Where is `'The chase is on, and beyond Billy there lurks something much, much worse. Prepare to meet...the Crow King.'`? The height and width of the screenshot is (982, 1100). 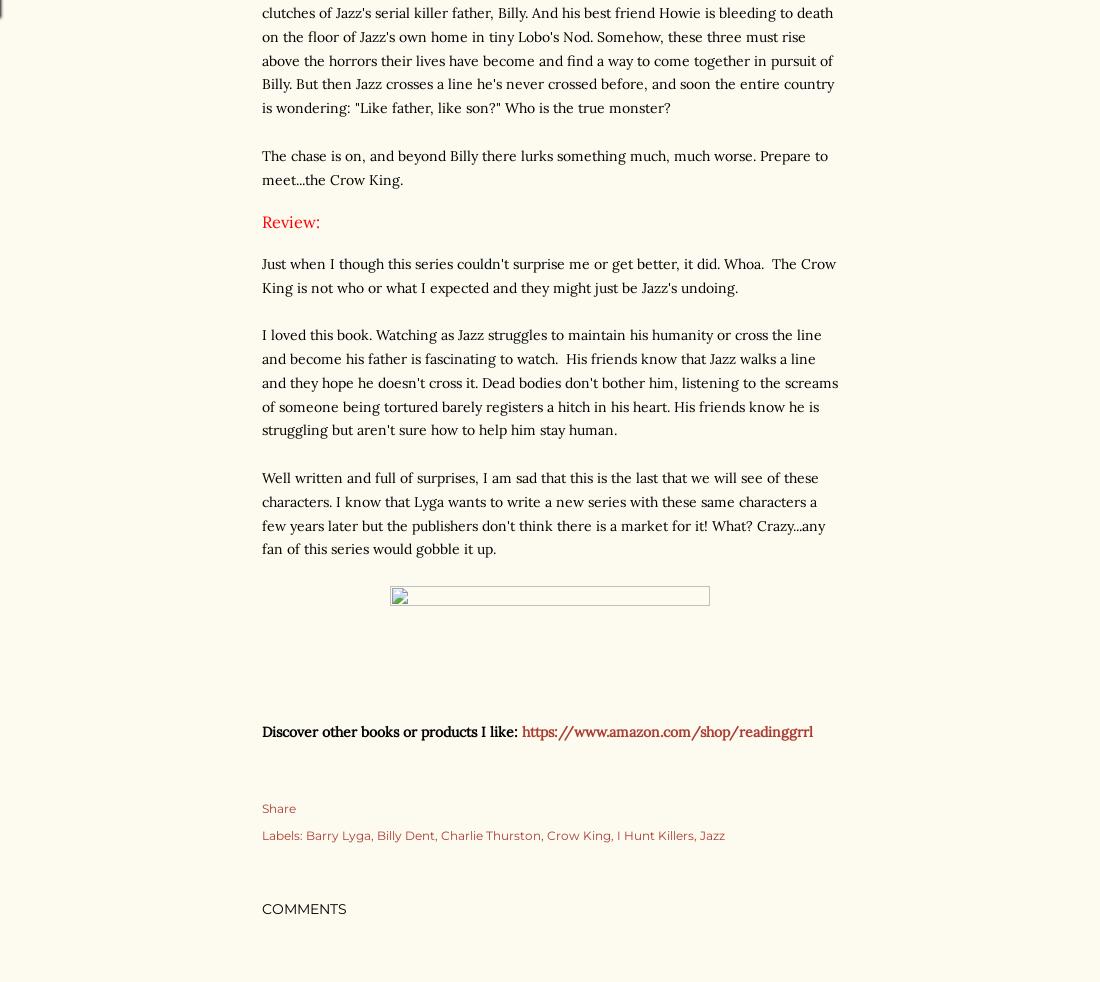
'The chase is on, and beyond Billy there lurks something much, much worse. Prepare to meet...the Crow King.' is located at coordinates (545, 166).